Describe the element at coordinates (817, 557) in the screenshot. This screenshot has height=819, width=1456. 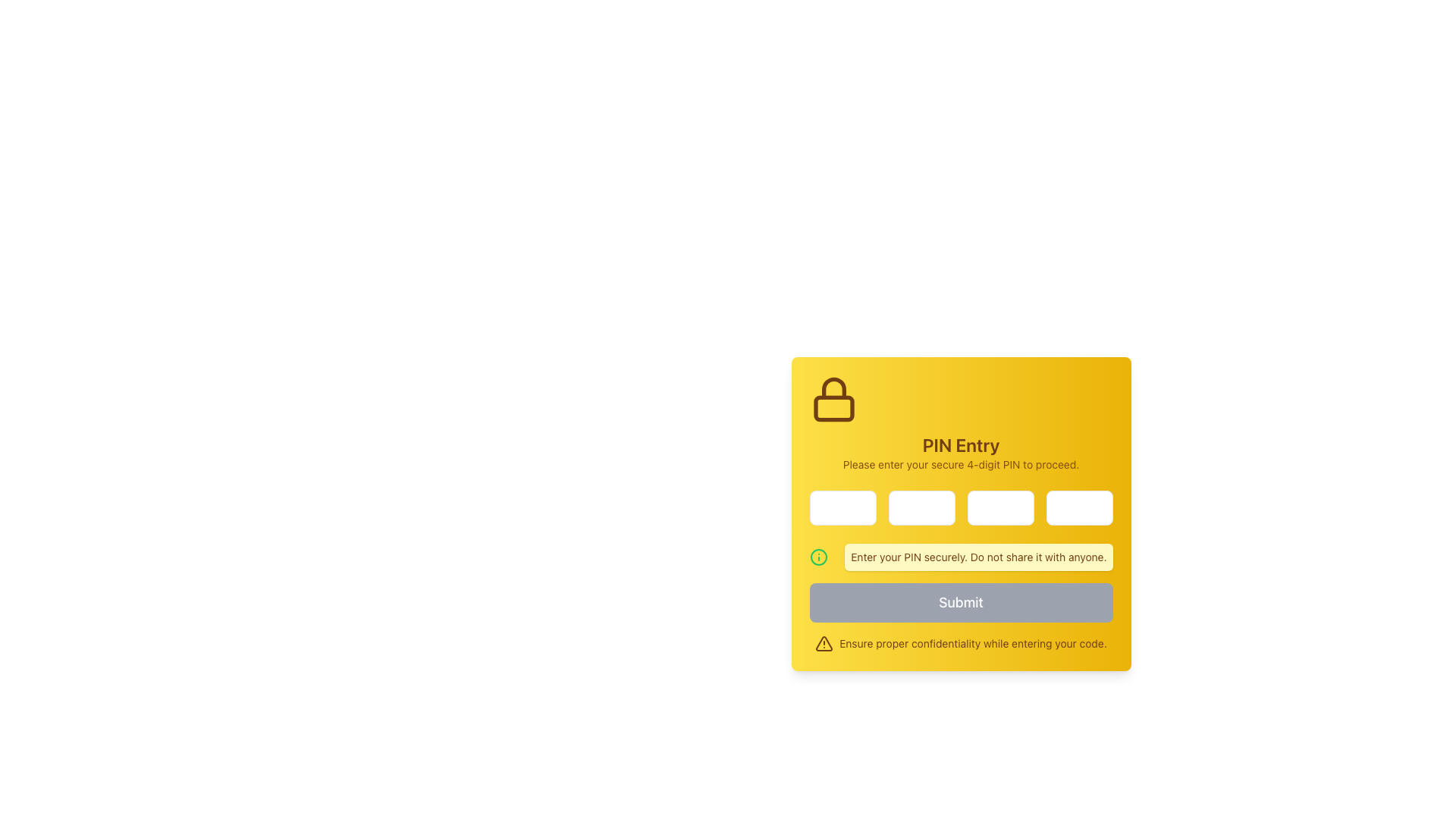
I see `the informational icon located to the left of the text 'Enter your PIN securely. Do not share it with anyone.'` at that location.